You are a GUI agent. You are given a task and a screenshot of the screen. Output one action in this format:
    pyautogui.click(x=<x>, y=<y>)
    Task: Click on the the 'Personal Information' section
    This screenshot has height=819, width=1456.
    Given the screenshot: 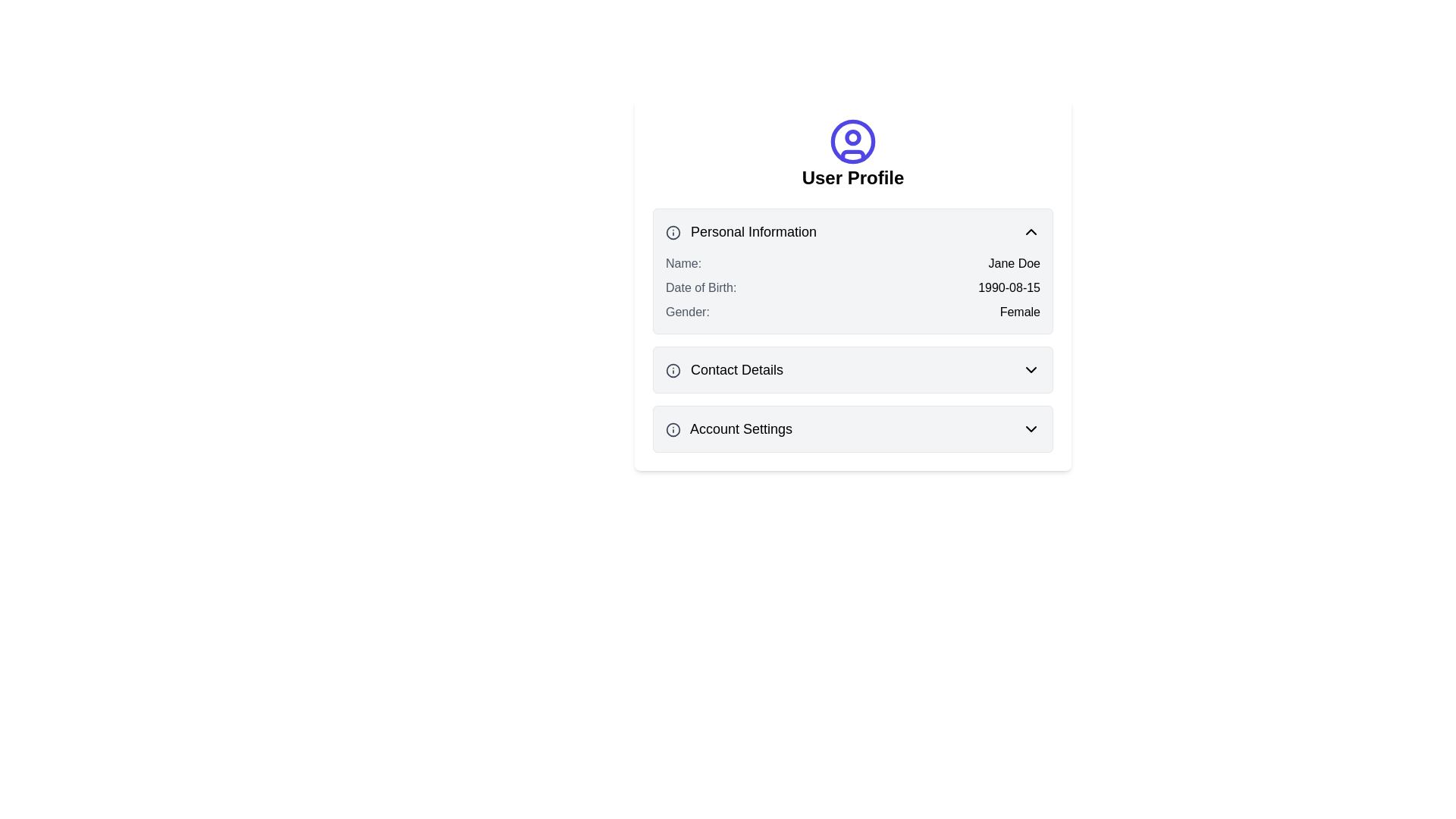 What is the action you would take?
    pyautogui.click(x=852, y=329)
    